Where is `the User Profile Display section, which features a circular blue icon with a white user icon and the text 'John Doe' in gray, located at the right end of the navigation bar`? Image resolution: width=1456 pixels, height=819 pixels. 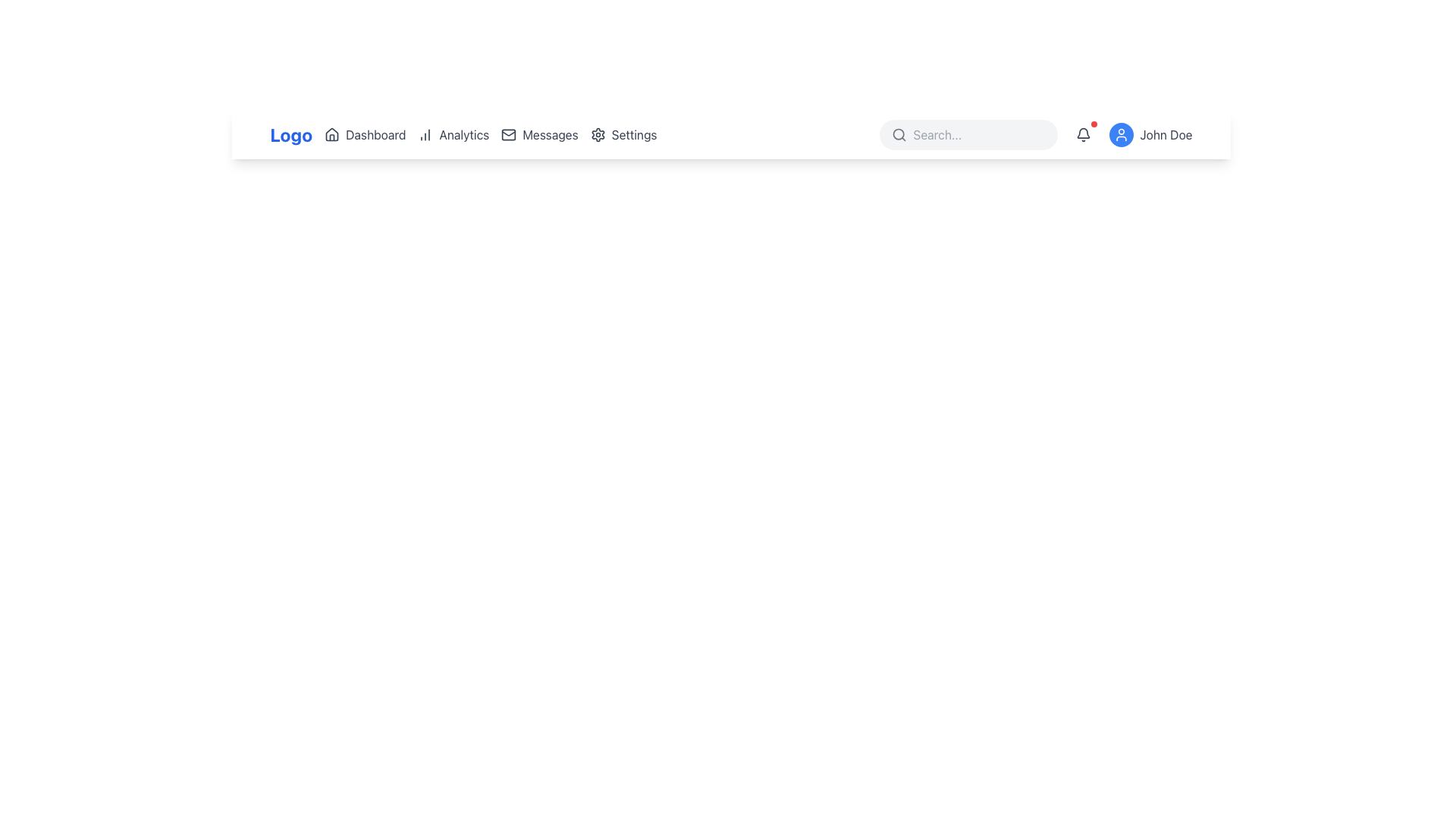
the User Profile Display section, which features a circular blue icon with a white user icon and the text 'John Doe' in gray, located at the right end of the navigation bar is located at coordinates (1150, 133).